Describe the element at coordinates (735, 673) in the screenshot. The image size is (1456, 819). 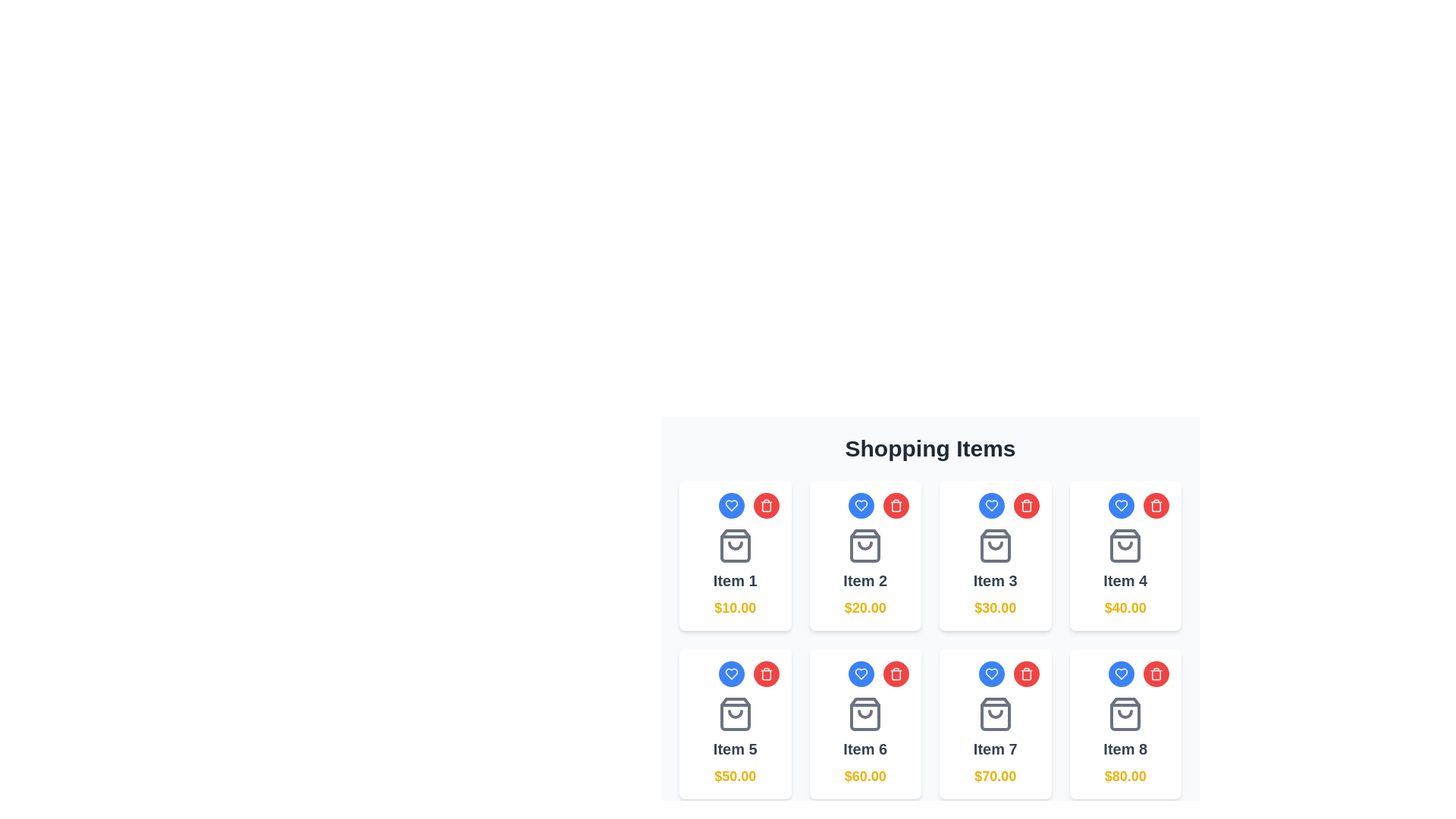
I see `the circular blue button with a white heart icon located at the top-left corner of the item card for 'Item 5' to favorite the item` at that location.